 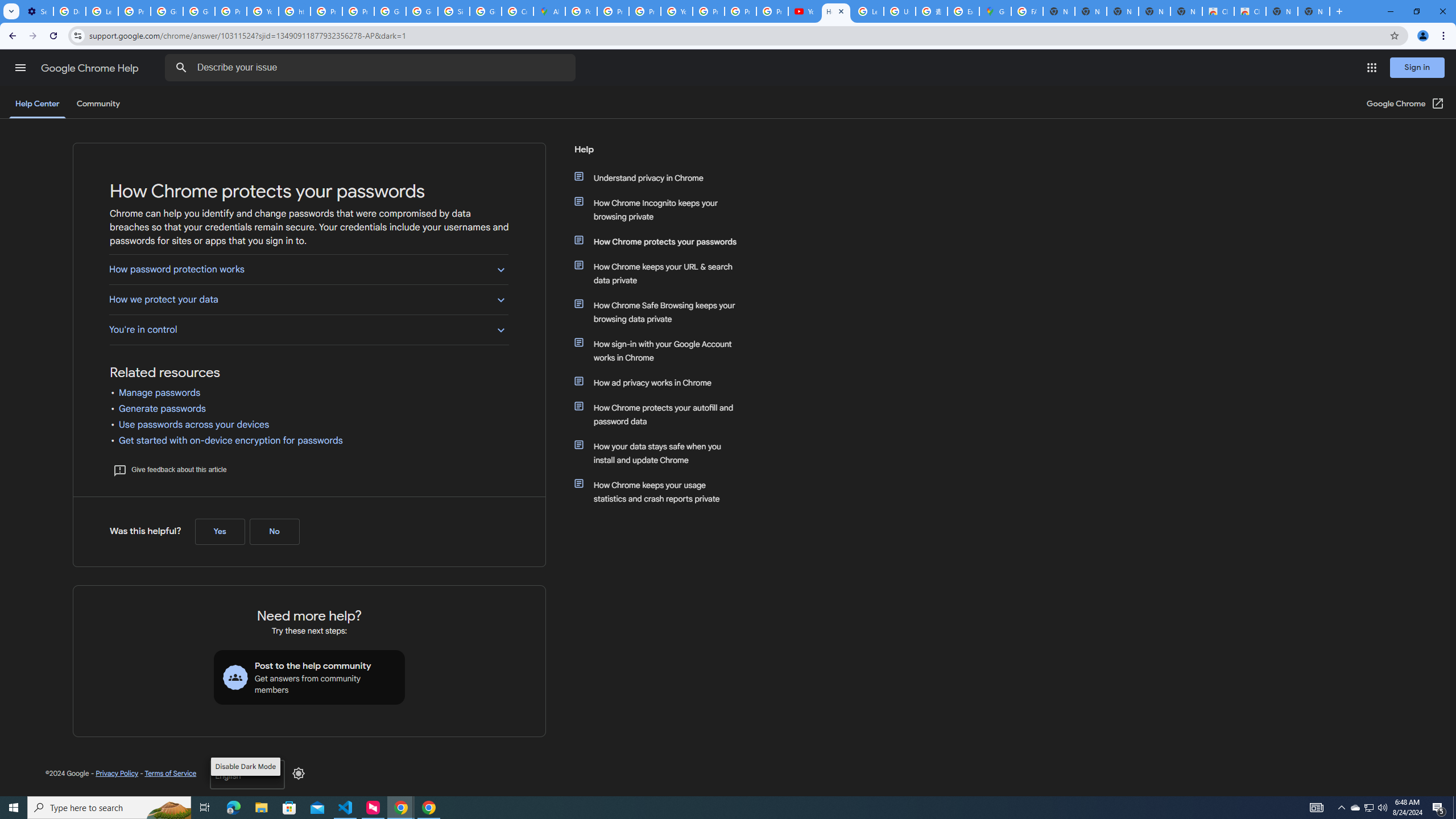 I want to click on 'Describe your issue', so click(x=371, y=67).